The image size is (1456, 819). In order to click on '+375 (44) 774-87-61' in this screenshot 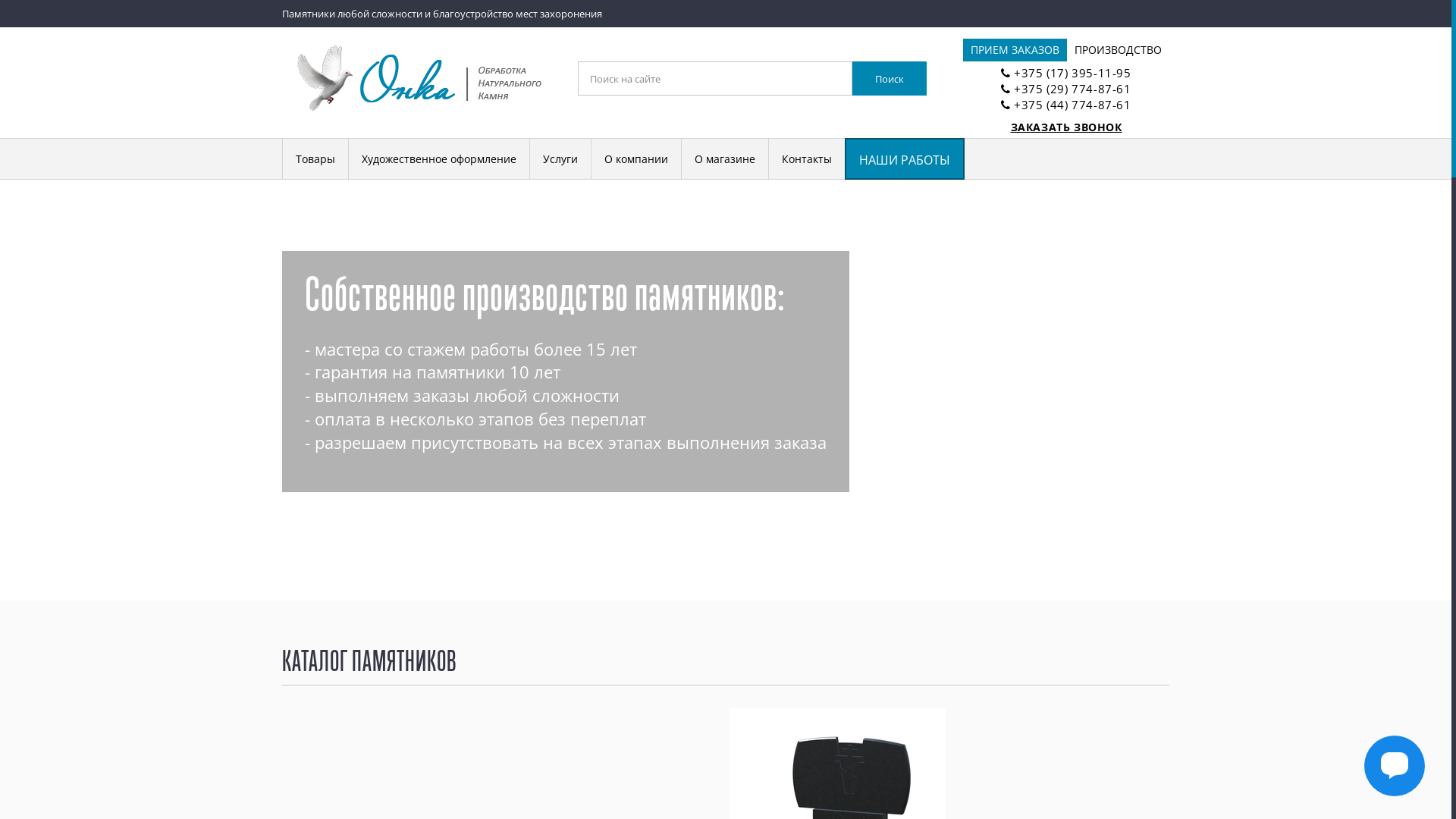, I will do `click(1072, 104)`.